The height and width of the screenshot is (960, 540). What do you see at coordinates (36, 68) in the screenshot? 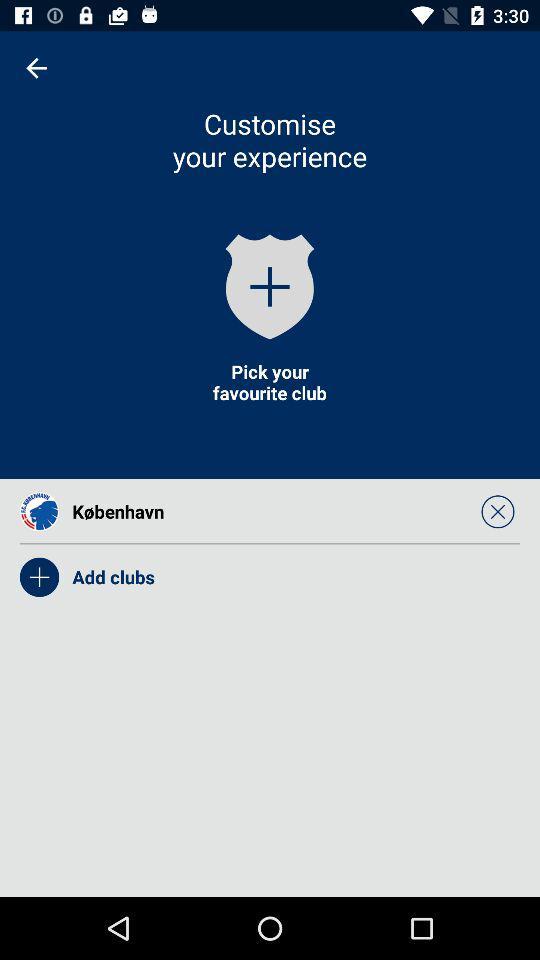
I see `previous` at bounding box center [36, 68].